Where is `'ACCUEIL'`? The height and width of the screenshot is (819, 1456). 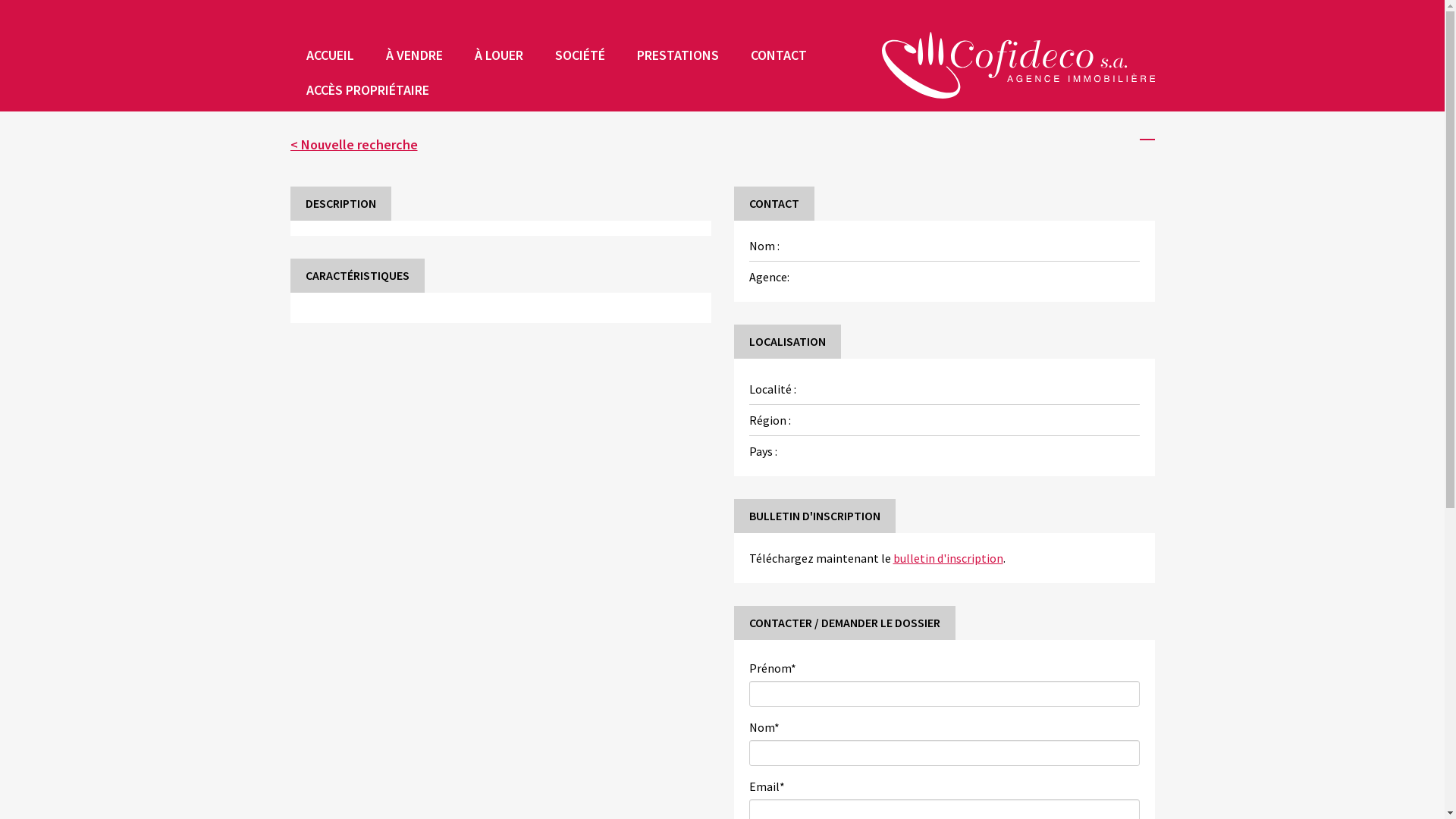 'ACCUEIL' is located at coordinates (328, 55).